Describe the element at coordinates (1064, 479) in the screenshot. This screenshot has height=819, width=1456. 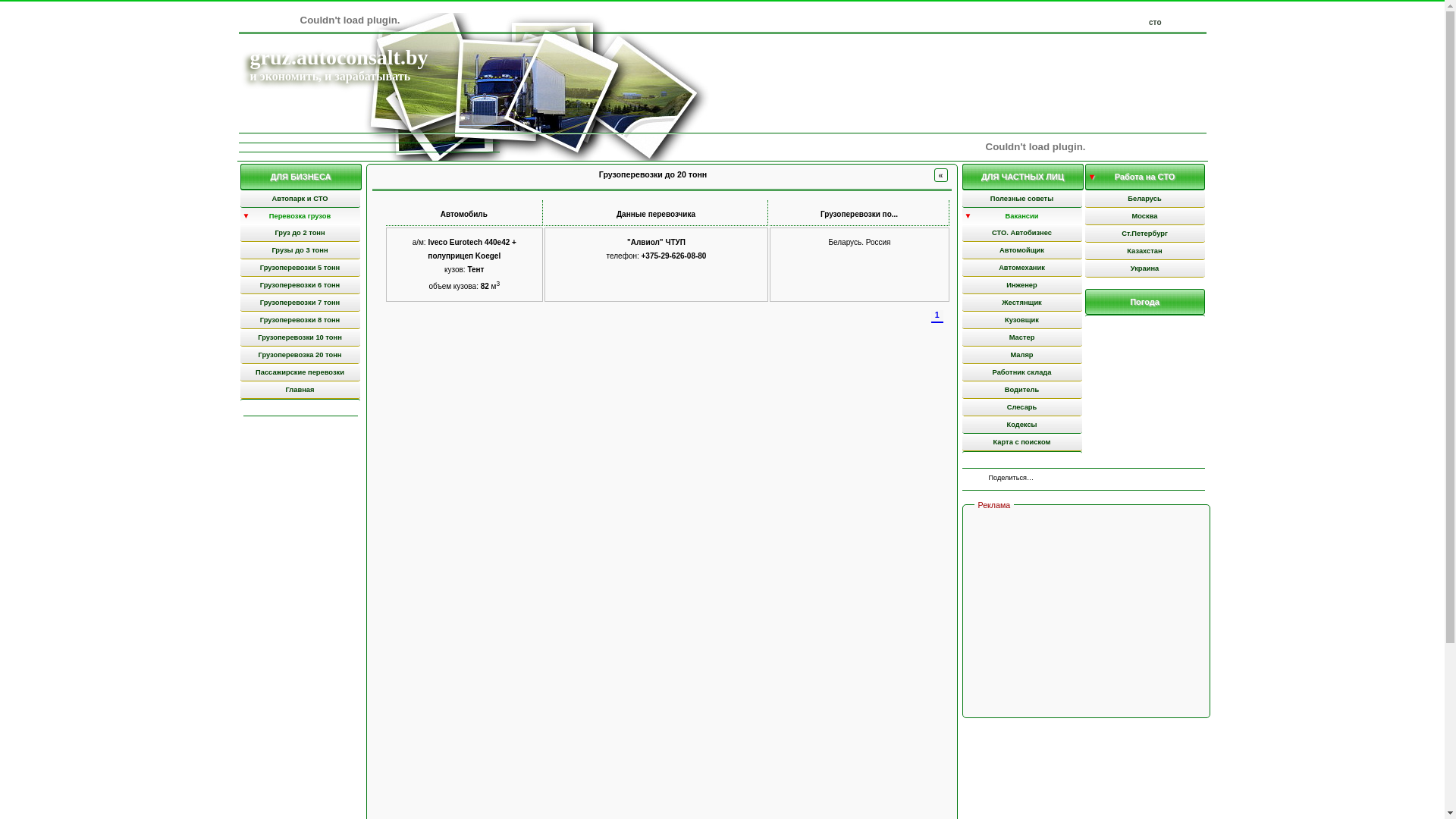
I see `'Facebook'` at that location.